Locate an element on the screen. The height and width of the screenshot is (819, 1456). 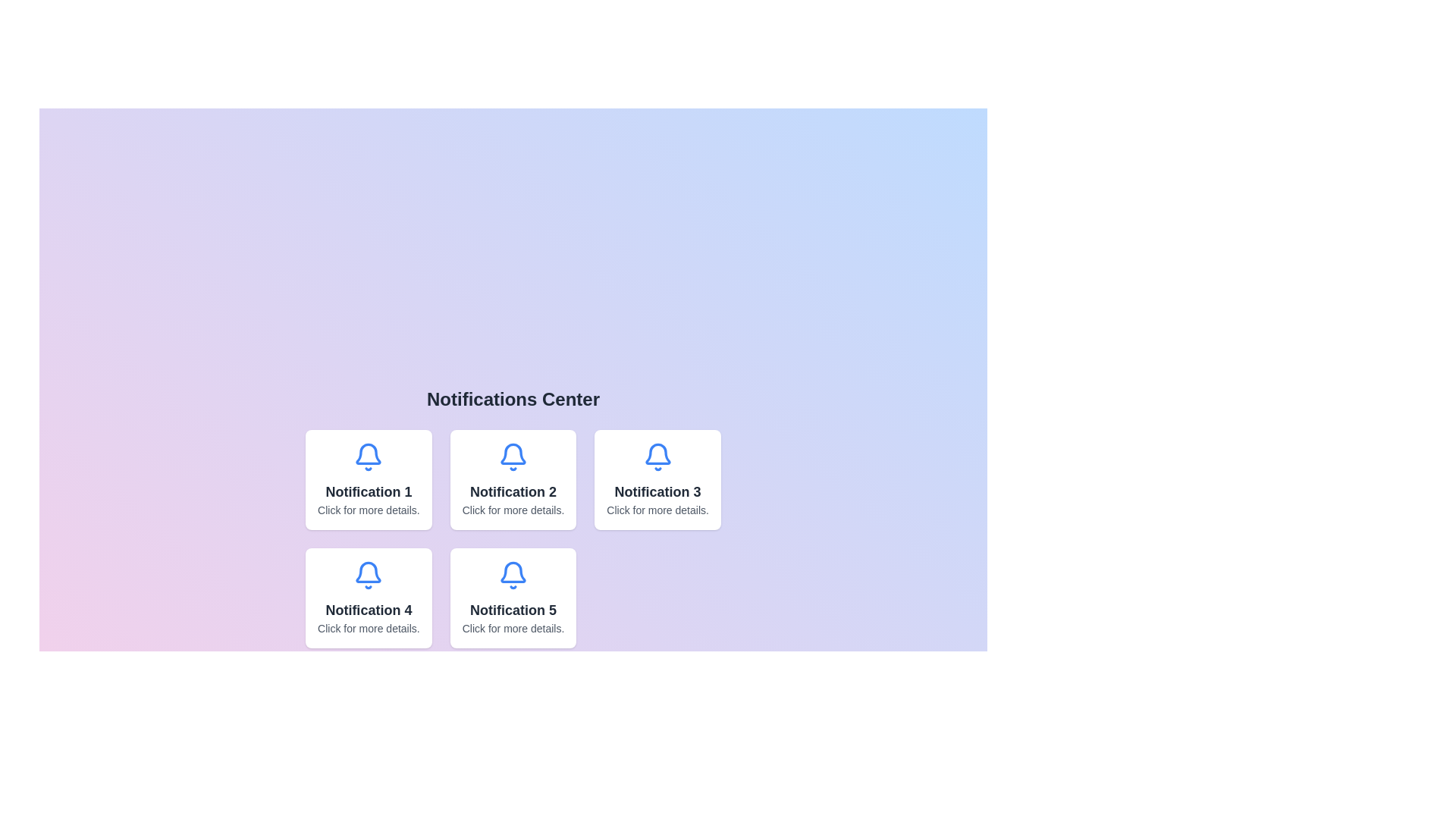
the notification bell icon located at the top center of the second notification card in a grid of five cards, which serves as a visual cue for alerts is located at coordinates (513, 453).